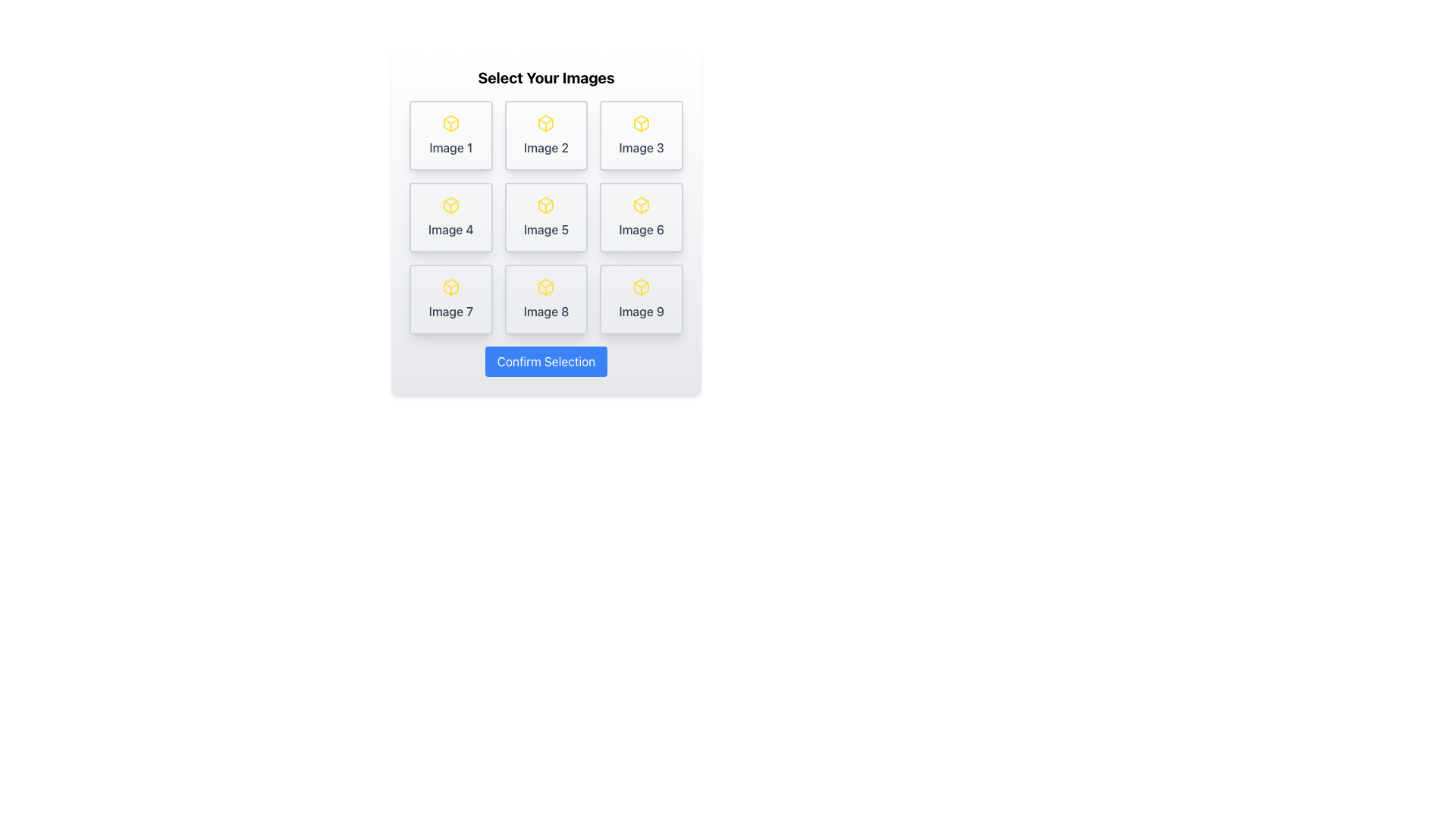 The width and height of the screenshot is (1456, 819). Describe the element at coordinates (642, 122) in the screenshot. I see `the yellow cube icon with a hollow center, labeled 'Image 3'` at that location.